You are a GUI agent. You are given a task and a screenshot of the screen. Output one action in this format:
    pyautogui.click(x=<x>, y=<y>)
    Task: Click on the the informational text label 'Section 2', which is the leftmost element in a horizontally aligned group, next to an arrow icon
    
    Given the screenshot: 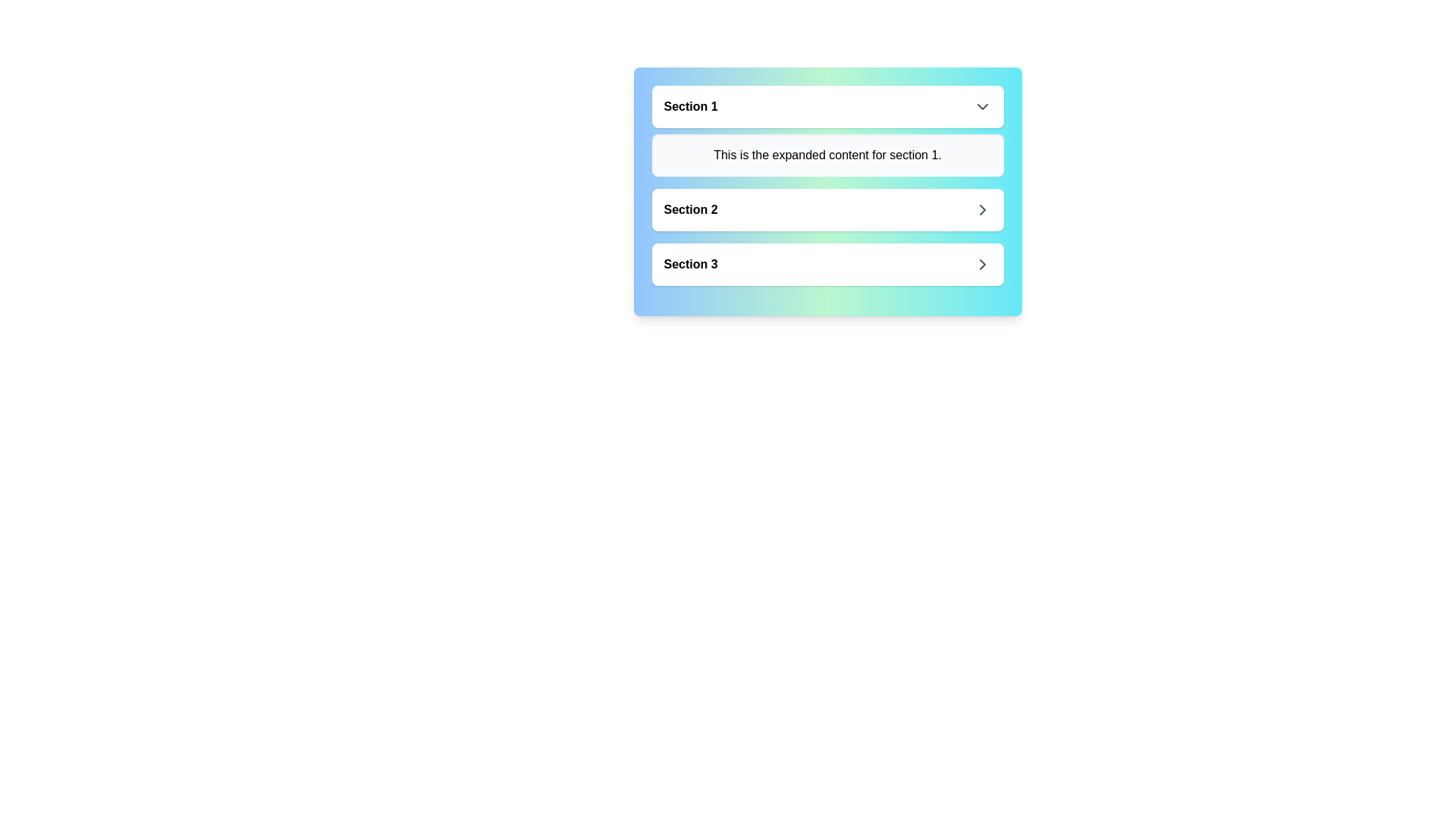 What is the action you would take?
    pyautogui.click(x=690, y=210)
    